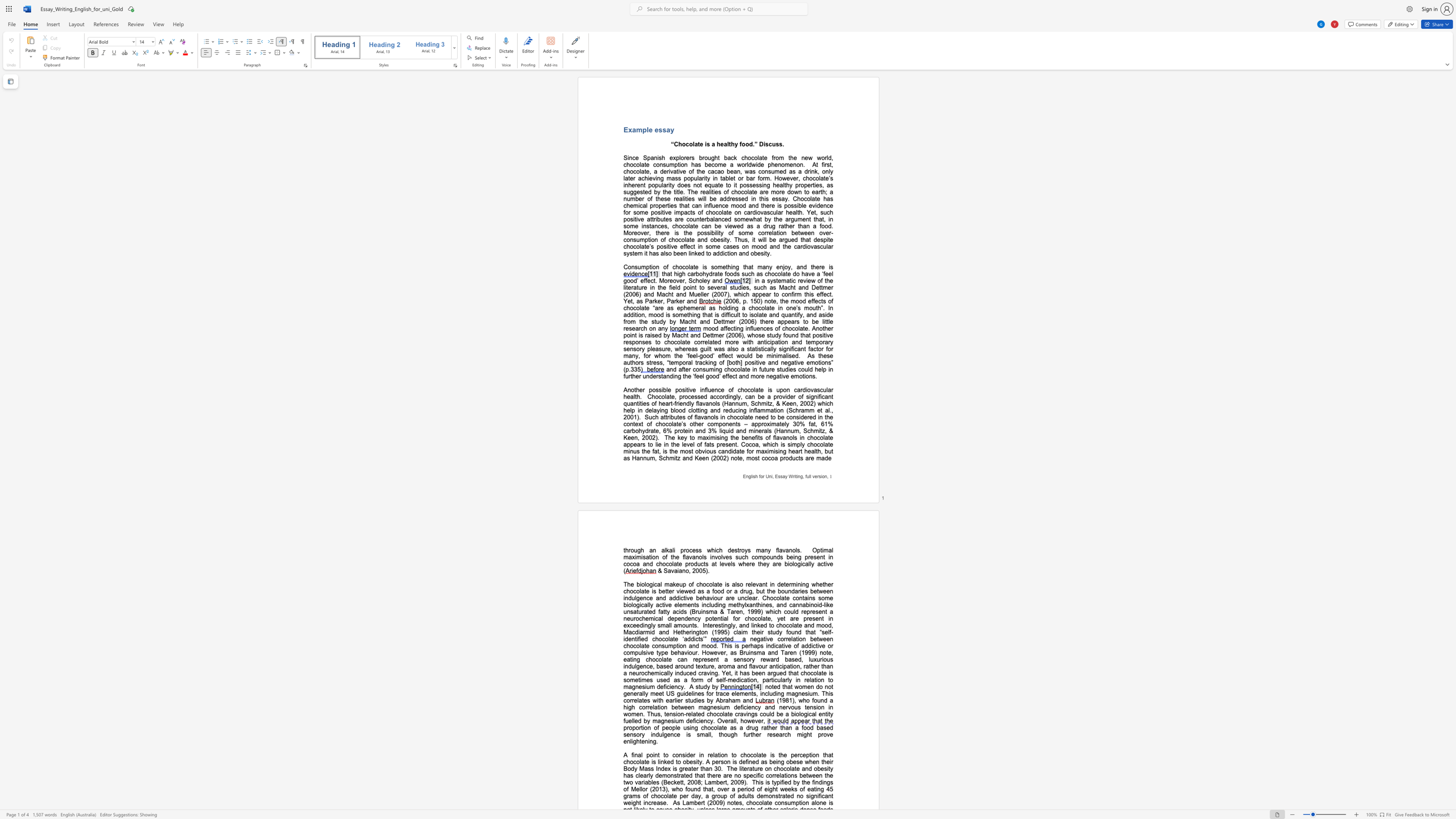 This screenshot has width=1456, height=819. I want to click on the subset text "is better viewed as a food or a drug, but the boundaries between indulg" within the text "whether chocolate is better viewed as a food or a drug, but the boundaries between indulgence and addictive behaviour are unclear. Chocolate", so click(651, 590).